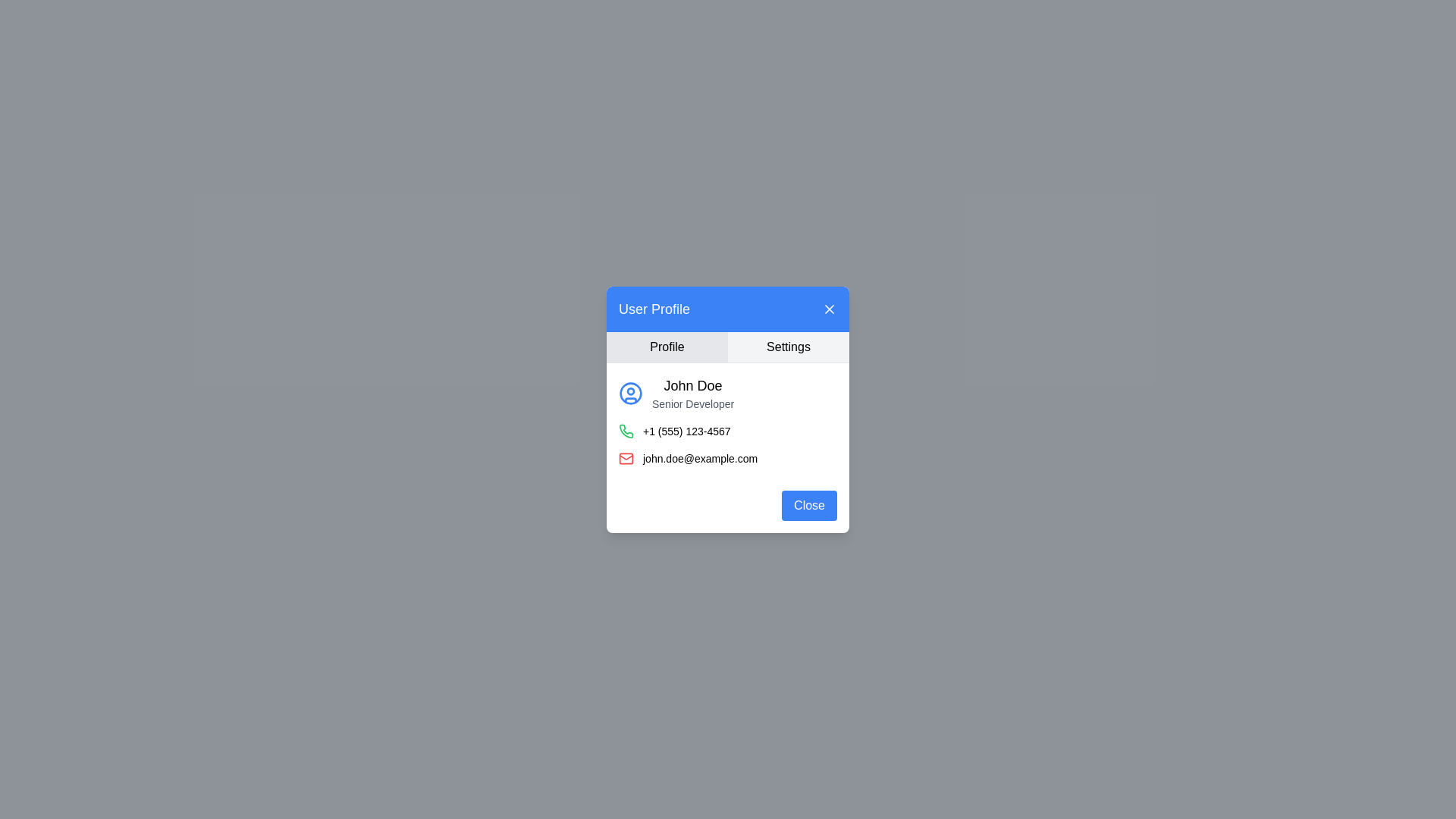 The width and height of the screenshot is (1456, 819). What do you see at coordinates (630, 391) in the screenshot?
I see `the largest circular graphic within the user profile icon located at the top-left corner of the user profile card` at bounding box center [630, 391].